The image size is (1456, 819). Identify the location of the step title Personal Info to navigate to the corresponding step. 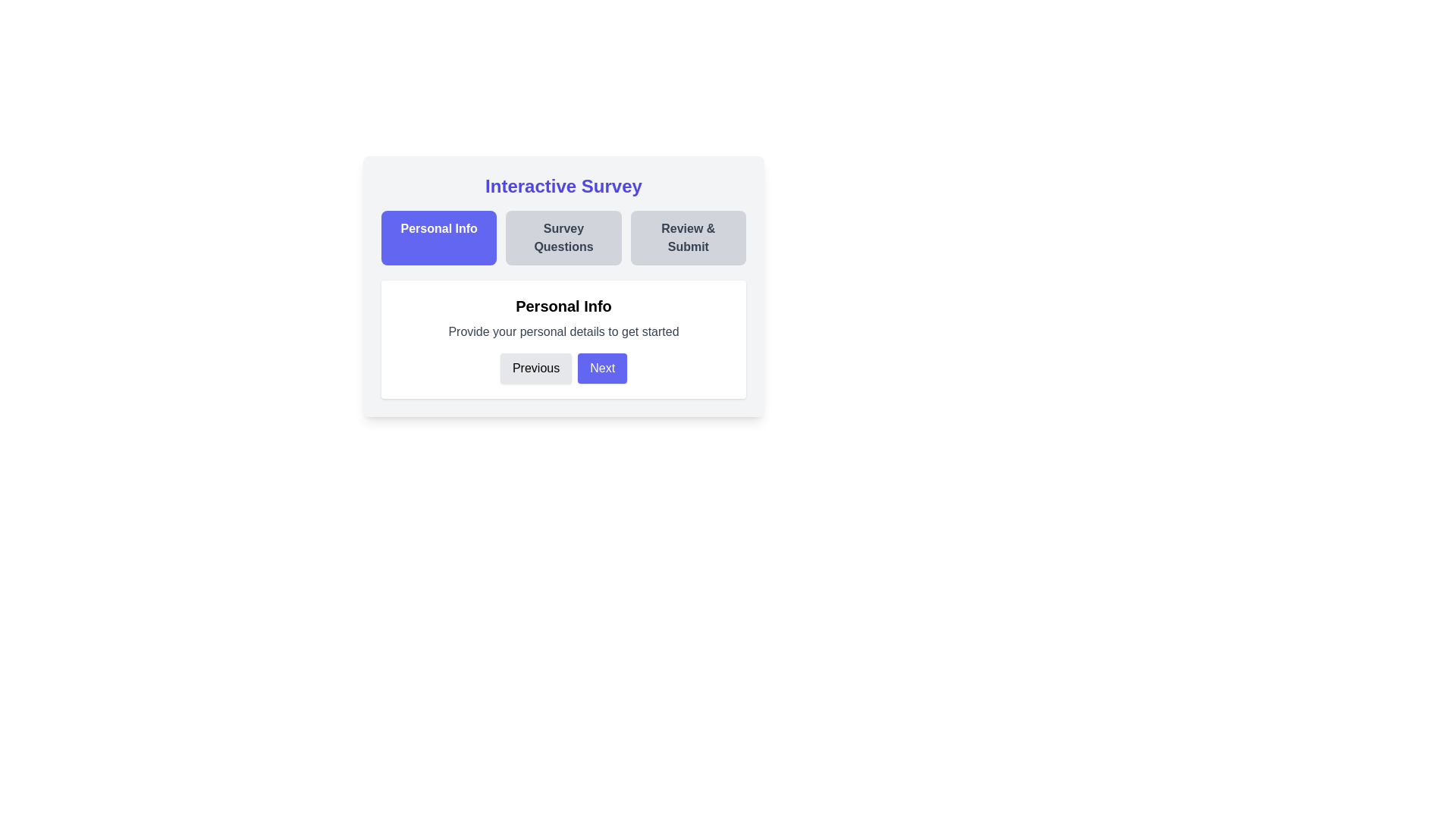
(438, 237).